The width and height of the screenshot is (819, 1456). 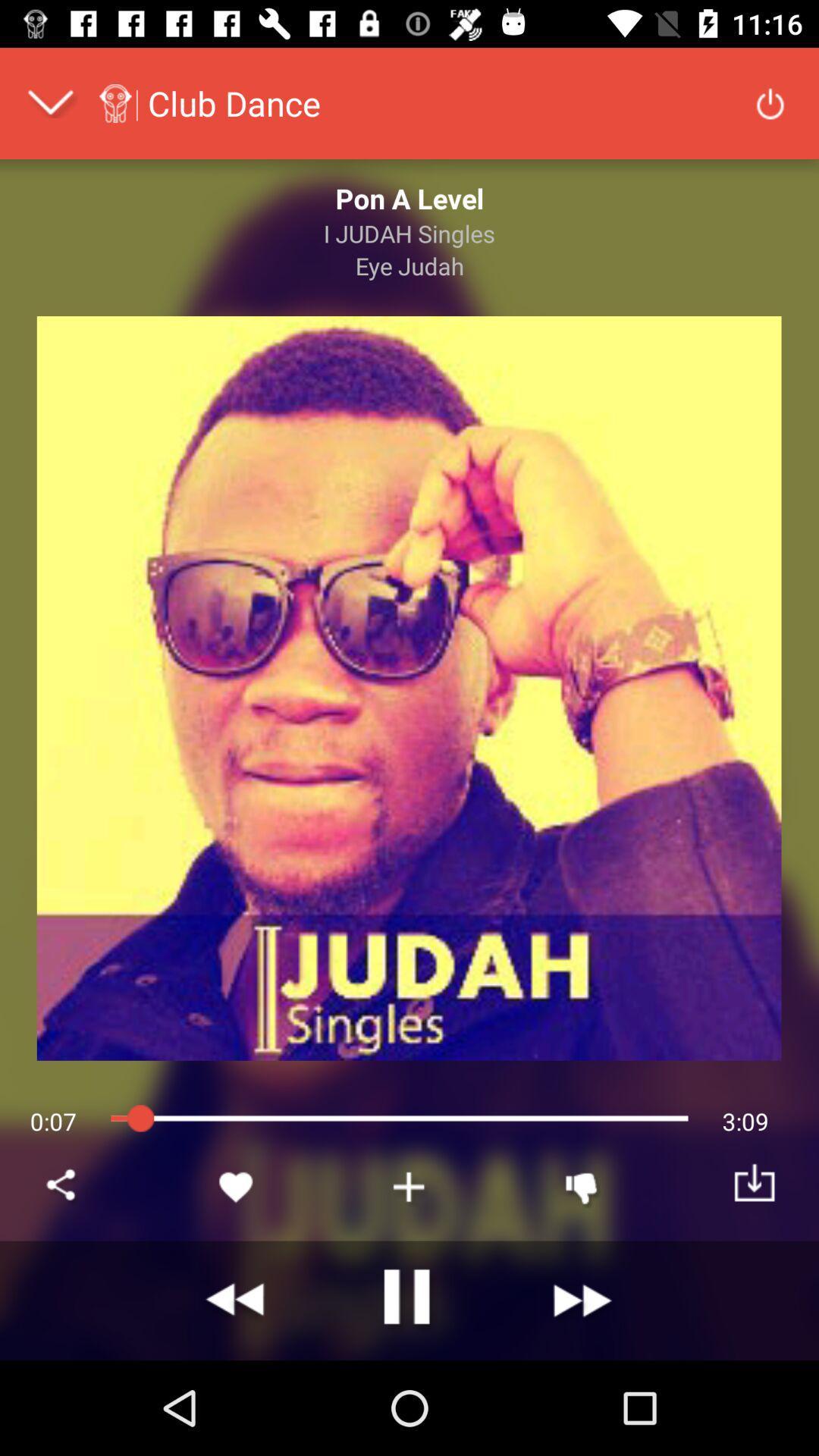 What do you see at coordinates (770, 102) in the screenshot?
I see `on/of` at bounding box center [770, 102].